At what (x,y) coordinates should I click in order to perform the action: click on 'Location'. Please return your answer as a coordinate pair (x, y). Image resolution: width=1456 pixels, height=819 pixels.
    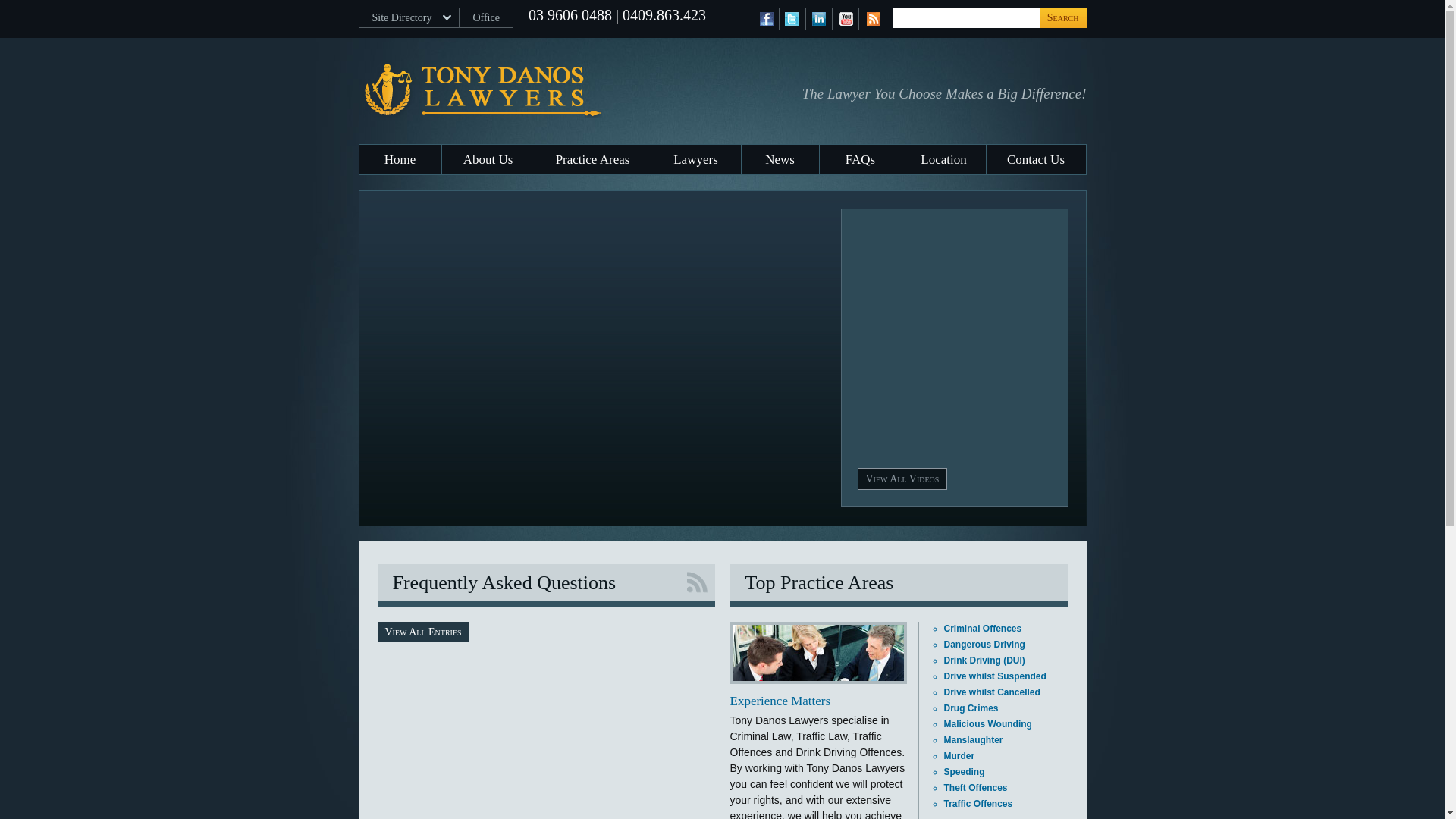
    Looking at the image, I should click on (902, 159).